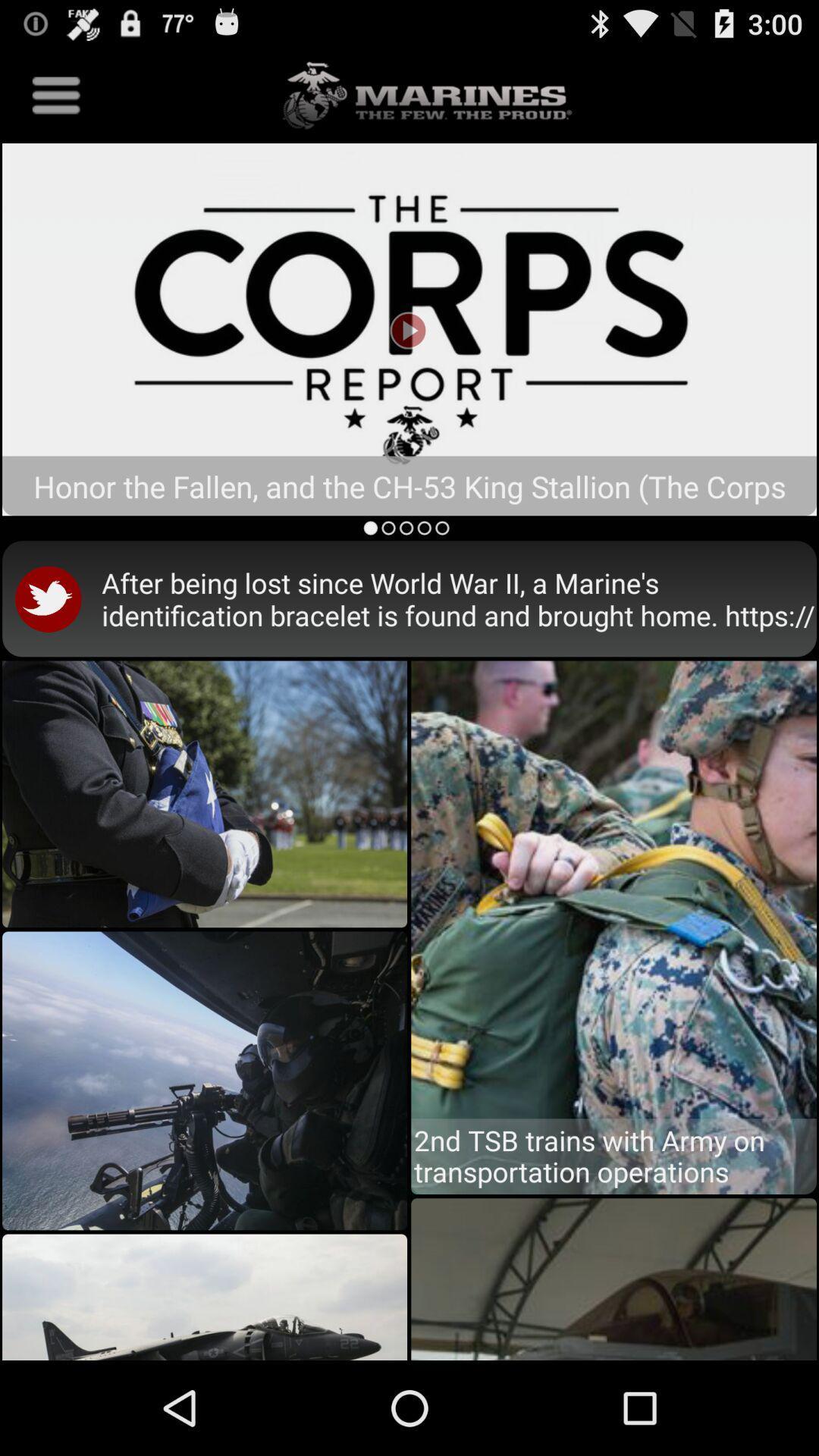 The image size is (819, 1456). Describe the element at coordinates (409, 328) in the screenshot. I see `the pause icon` at that location.